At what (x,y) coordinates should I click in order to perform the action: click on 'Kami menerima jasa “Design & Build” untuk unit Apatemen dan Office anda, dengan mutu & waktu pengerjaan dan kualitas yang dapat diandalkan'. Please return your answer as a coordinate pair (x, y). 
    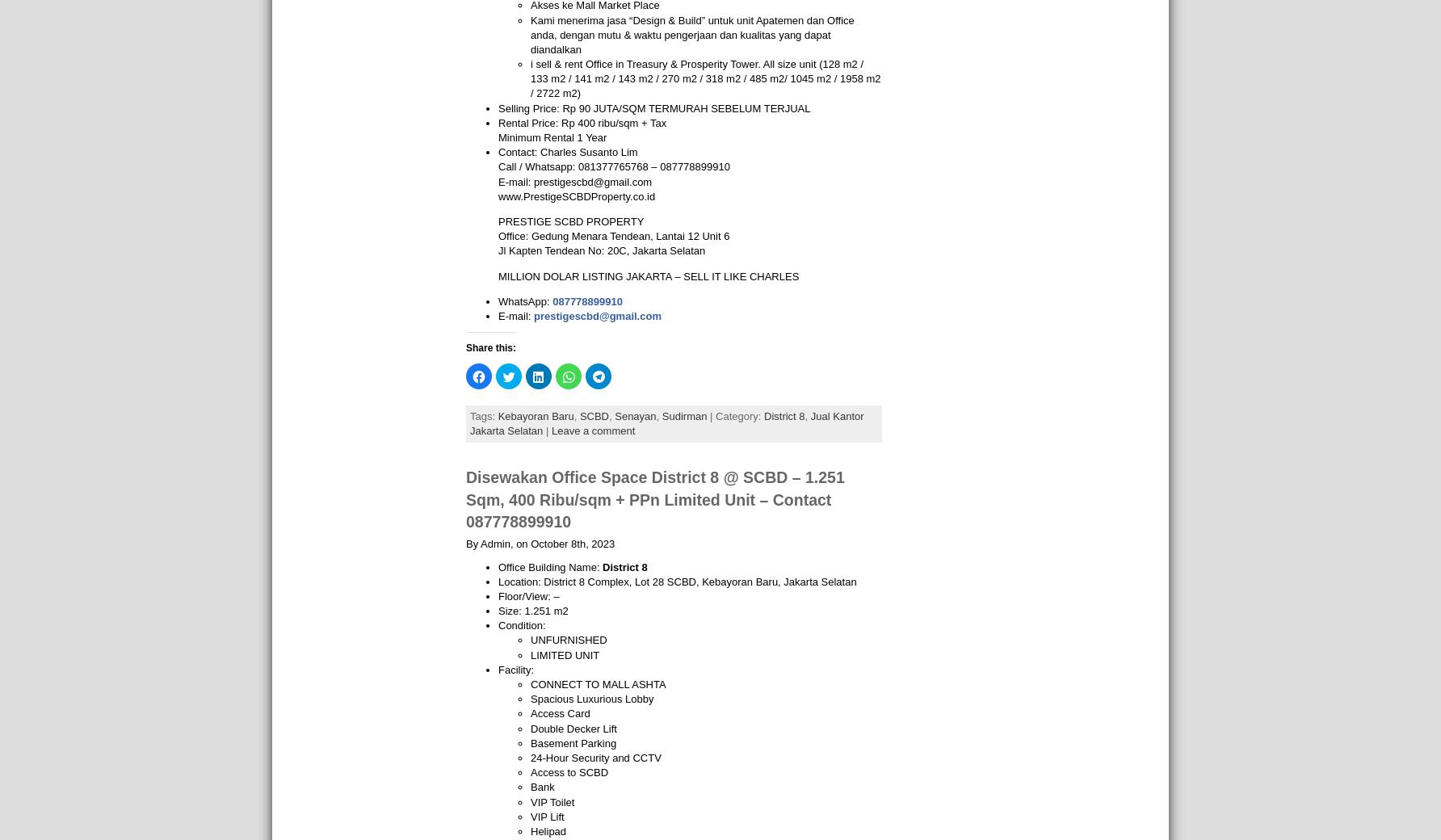
    Looking at the image, I should click on (691, 33).